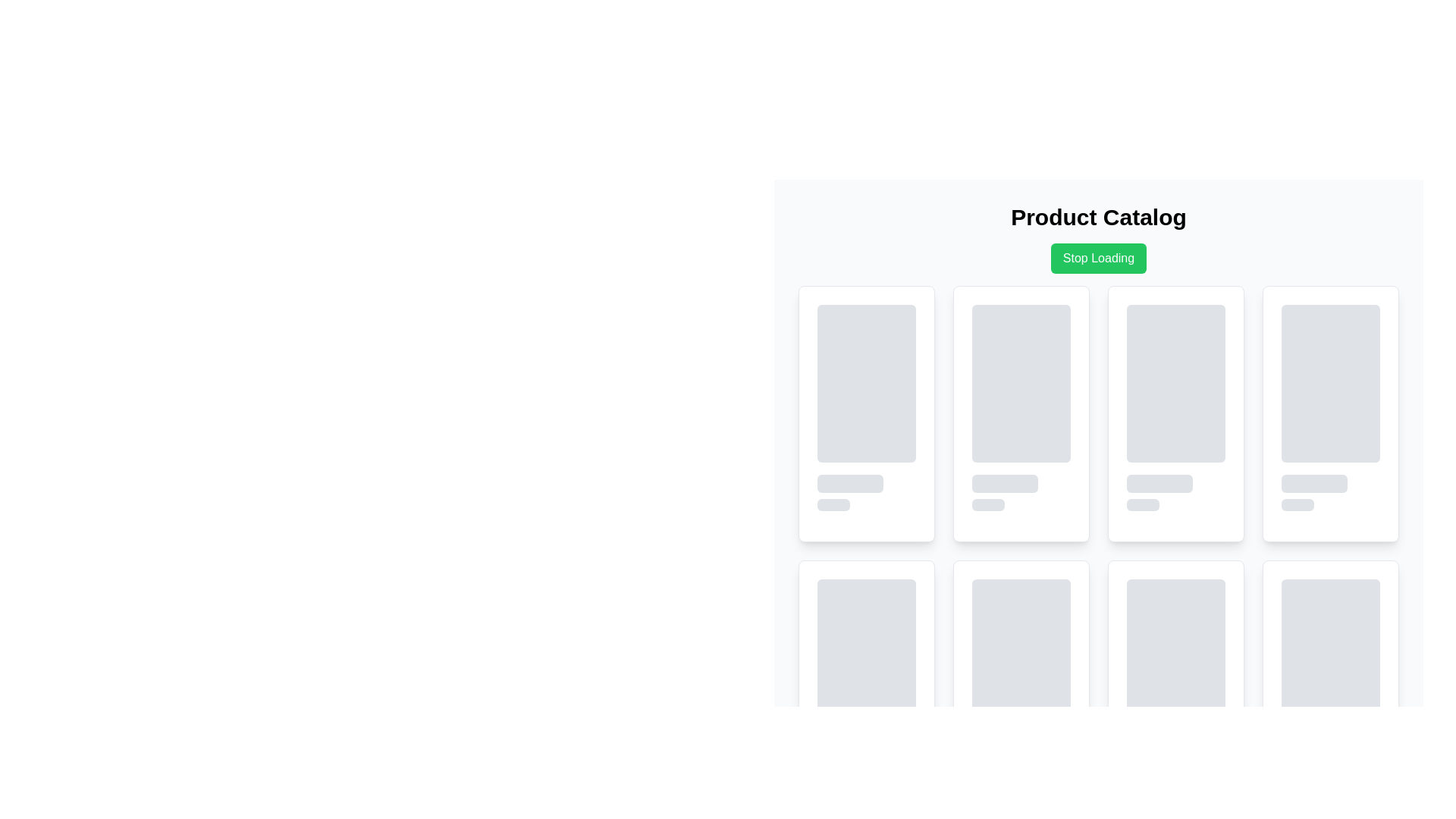  Describe the element at coordinates (1021, 657) in the screenshot. I see `the visual placeholder that serves as a loading animation, located in the first position of a vertical stack within a grid layout` at that location.